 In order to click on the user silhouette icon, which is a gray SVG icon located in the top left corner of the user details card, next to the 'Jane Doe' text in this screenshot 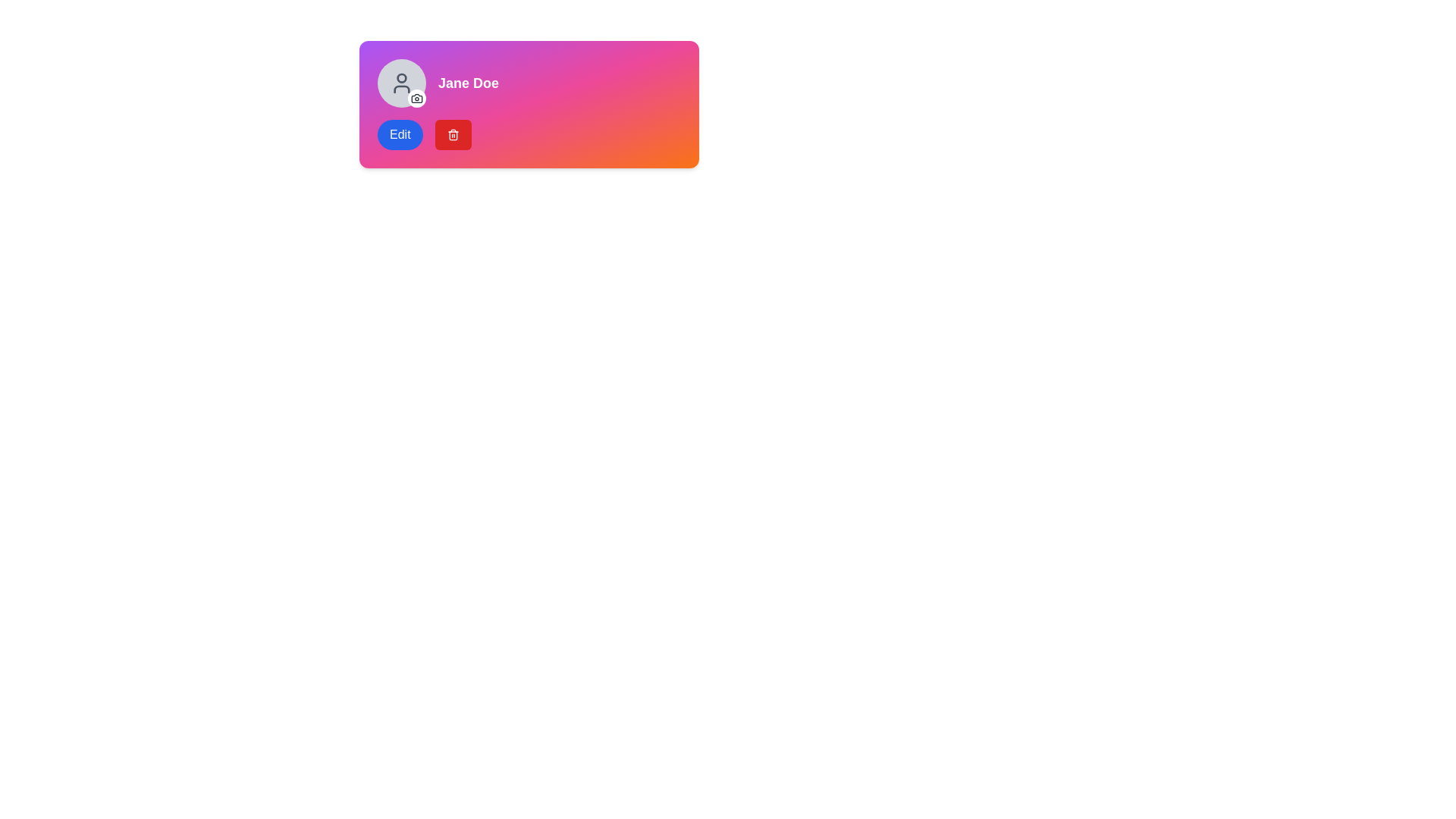, I will do `click(401, 83)`.